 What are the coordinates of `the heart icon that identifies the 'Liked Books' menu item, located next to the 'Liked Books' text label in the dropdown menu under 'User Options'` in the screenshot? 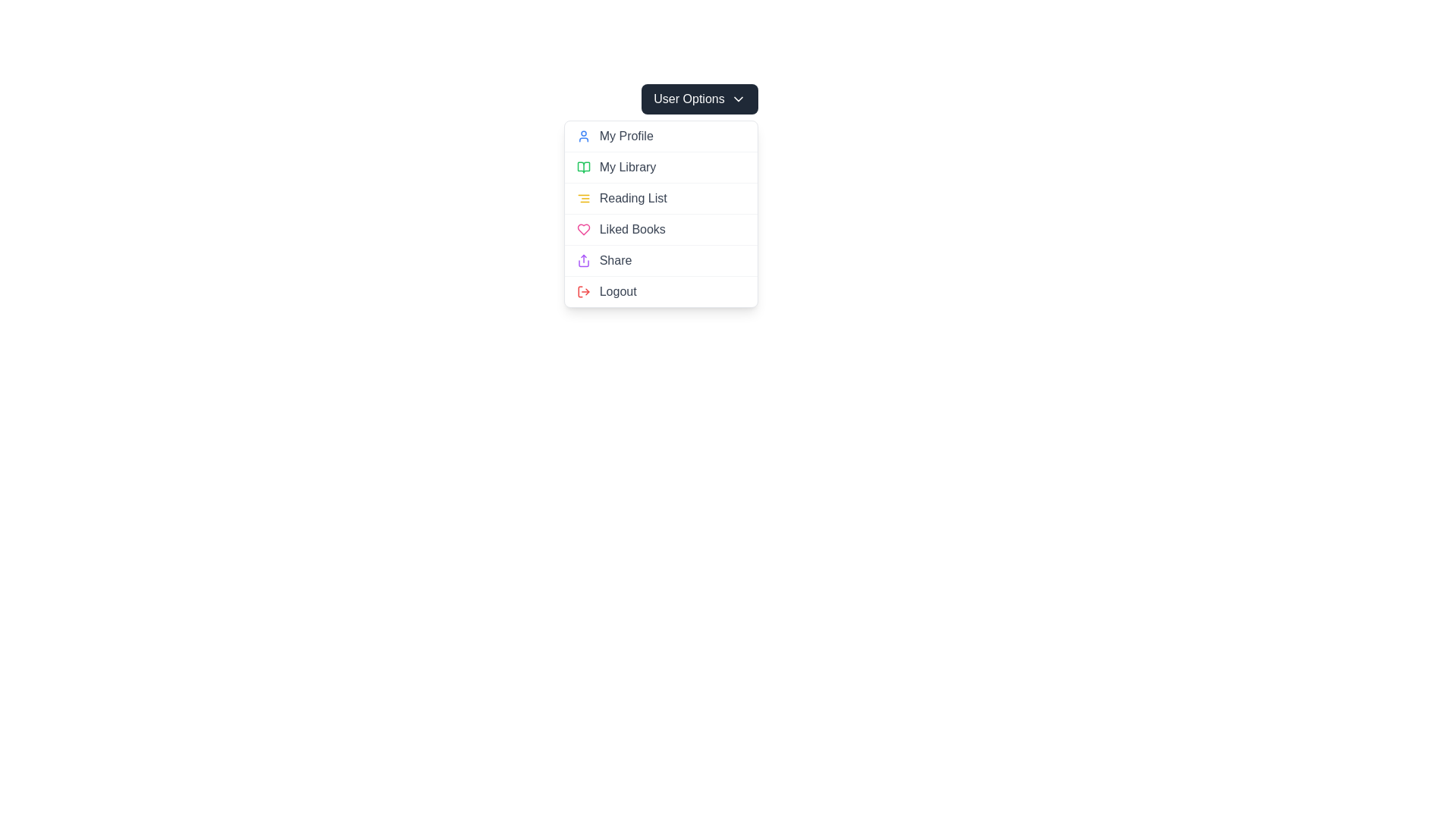 It's located at (582, 230).